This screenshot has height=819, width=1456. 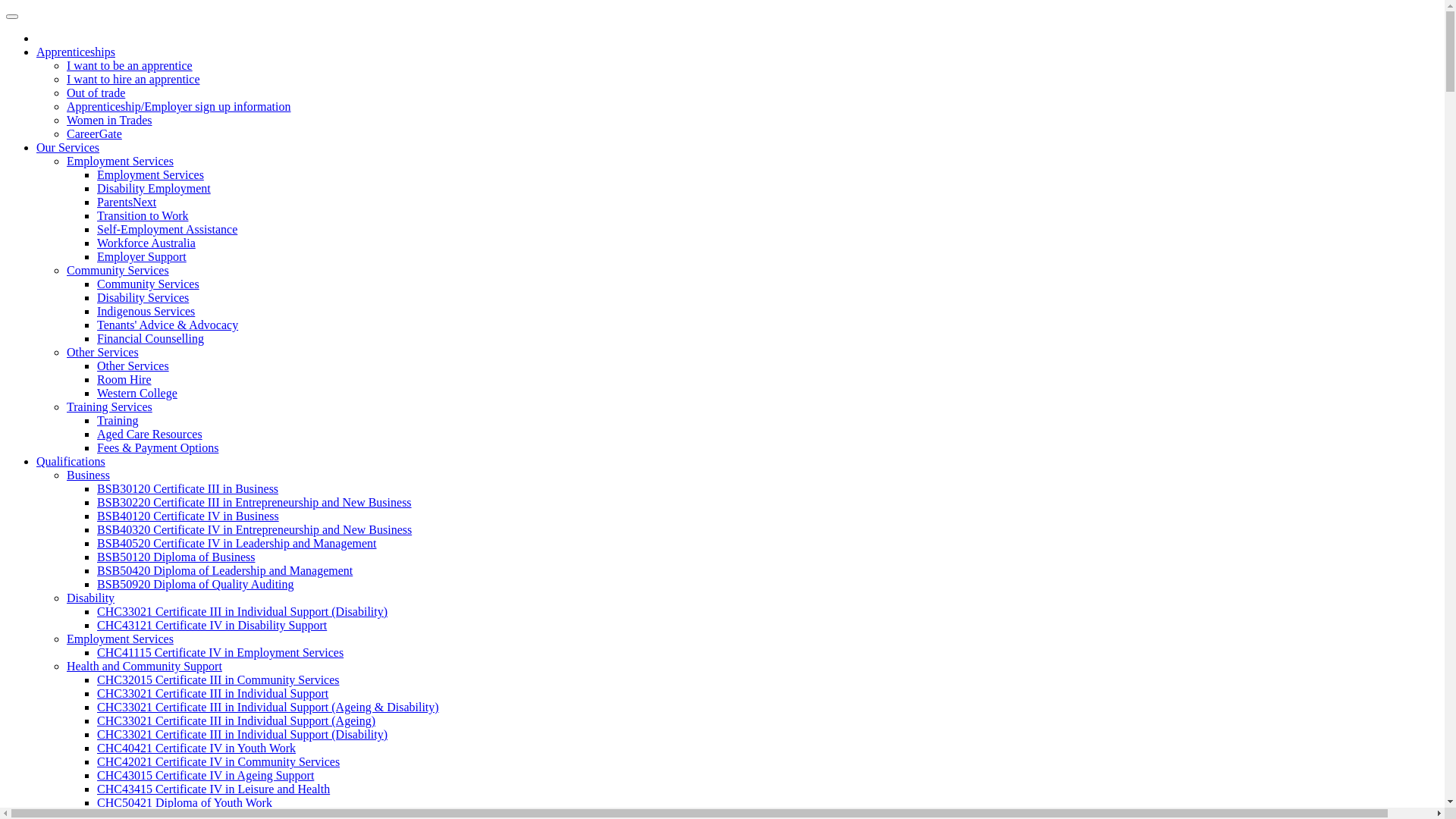 What do you see at coordinates (195, 583) in the screenshot?
I see `'BSB50920 Diploma of Quality Auditing'` at bounding box center [195, 583].